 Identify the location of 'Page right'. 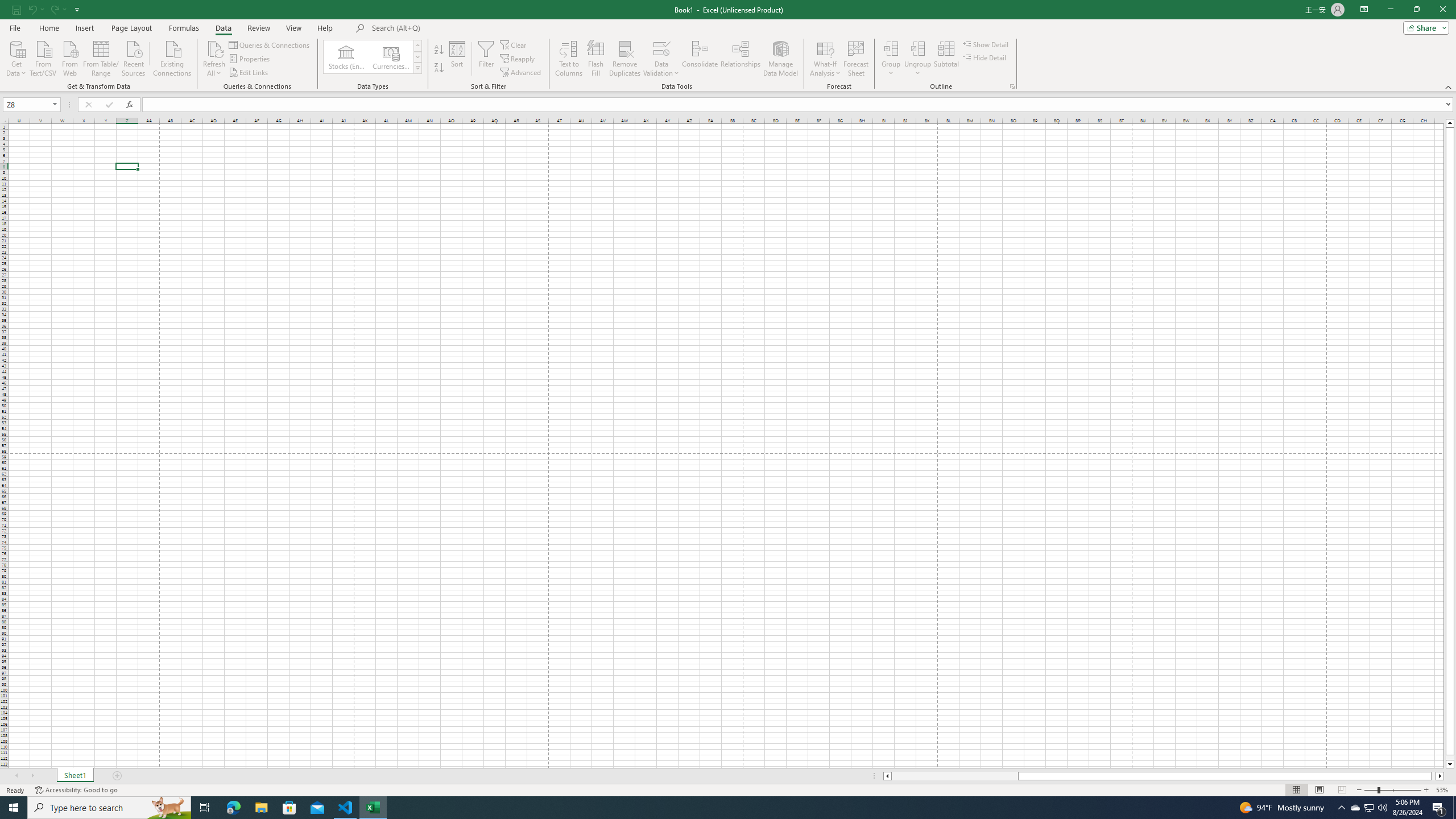
(1433, 775).